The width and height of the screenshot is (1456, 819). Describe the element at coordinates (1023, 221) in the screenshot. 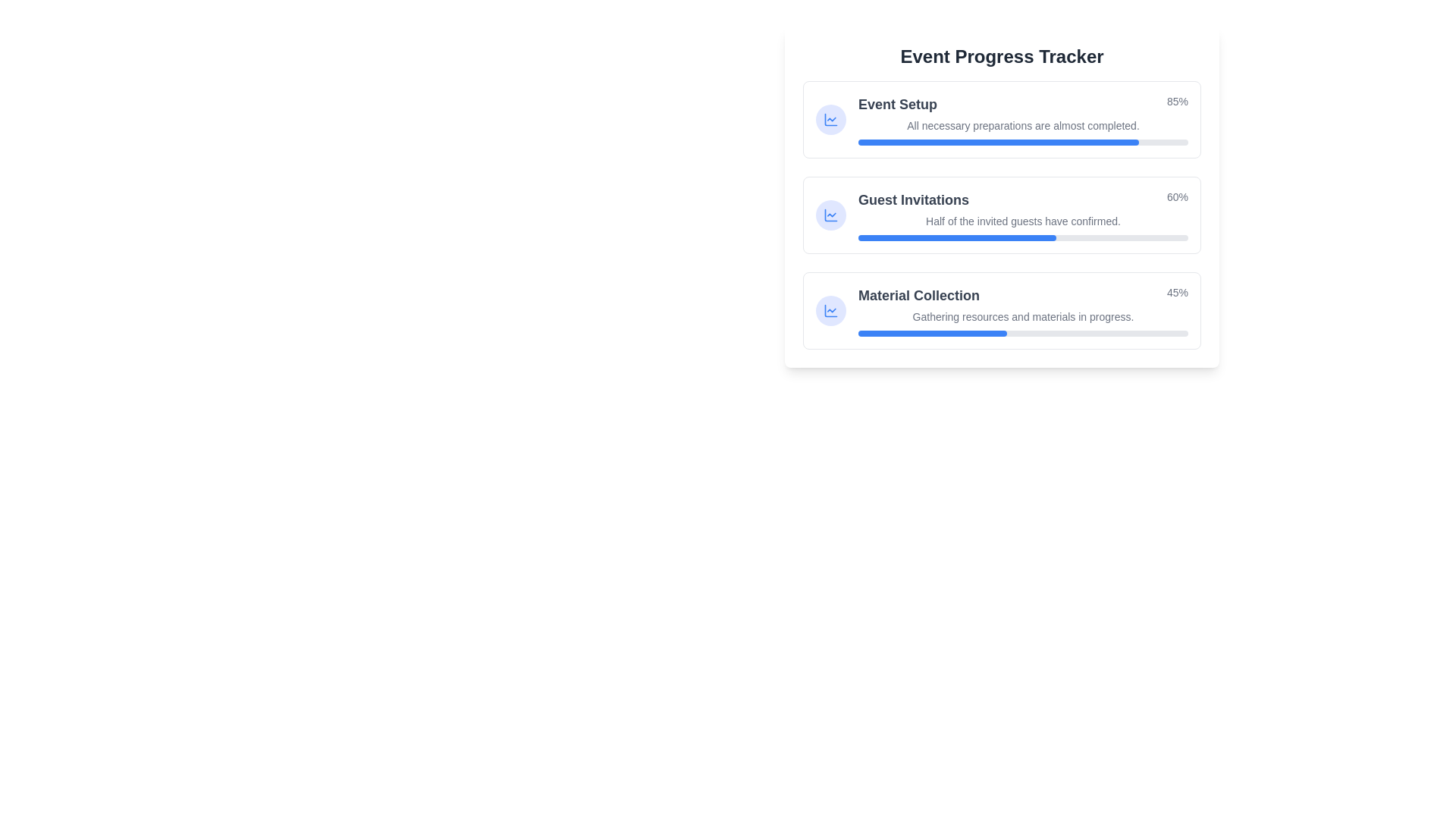

I see `the text label that displays 'Half of the invited guests have confirmed.' located in the 'Guest Invitations' section of the 'Event Progress Tracker' interface` at that location.